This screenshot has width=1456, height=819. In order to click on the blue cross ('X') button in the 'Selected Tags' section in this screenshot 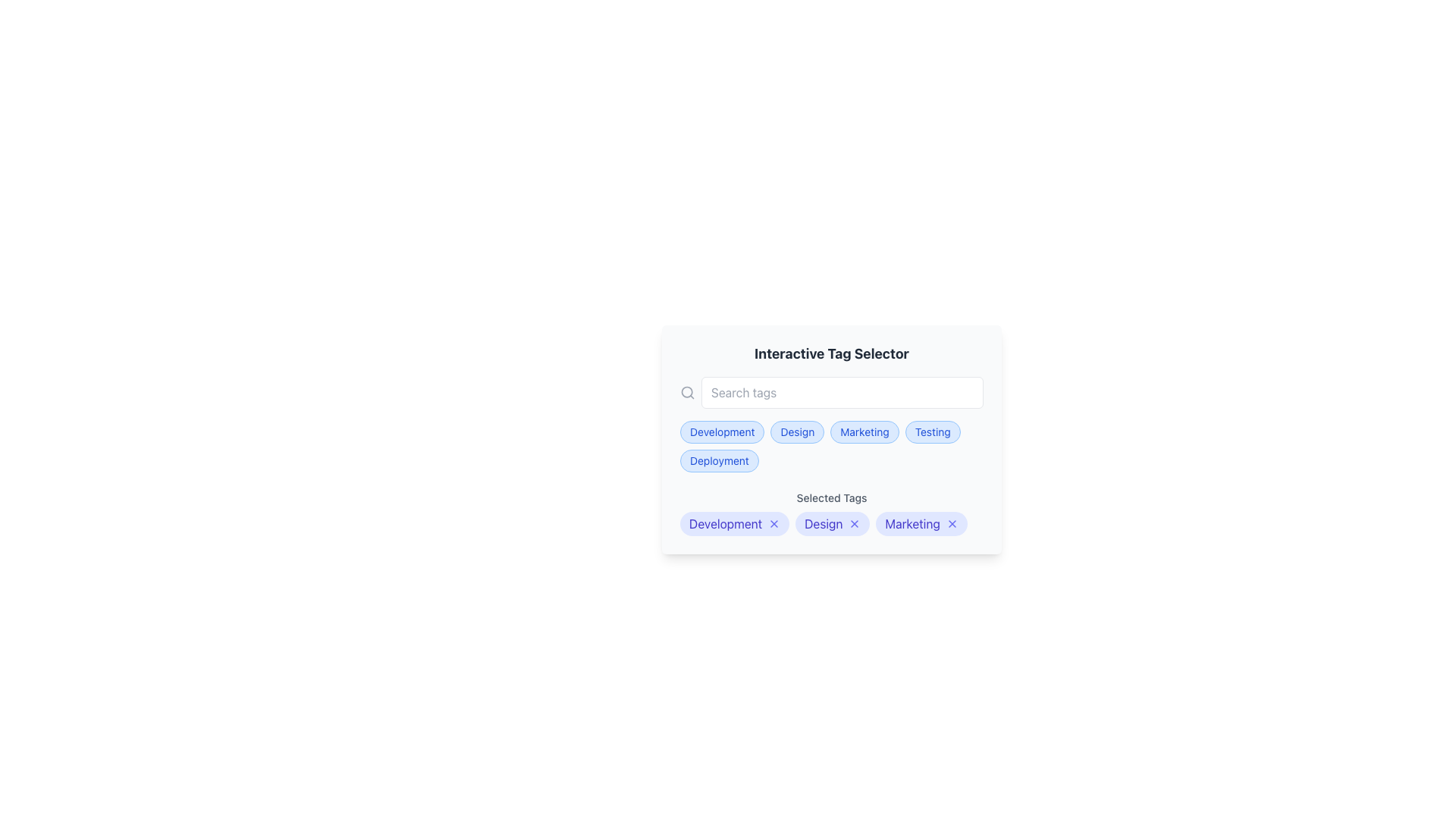, I will do `click(951, 522)`.